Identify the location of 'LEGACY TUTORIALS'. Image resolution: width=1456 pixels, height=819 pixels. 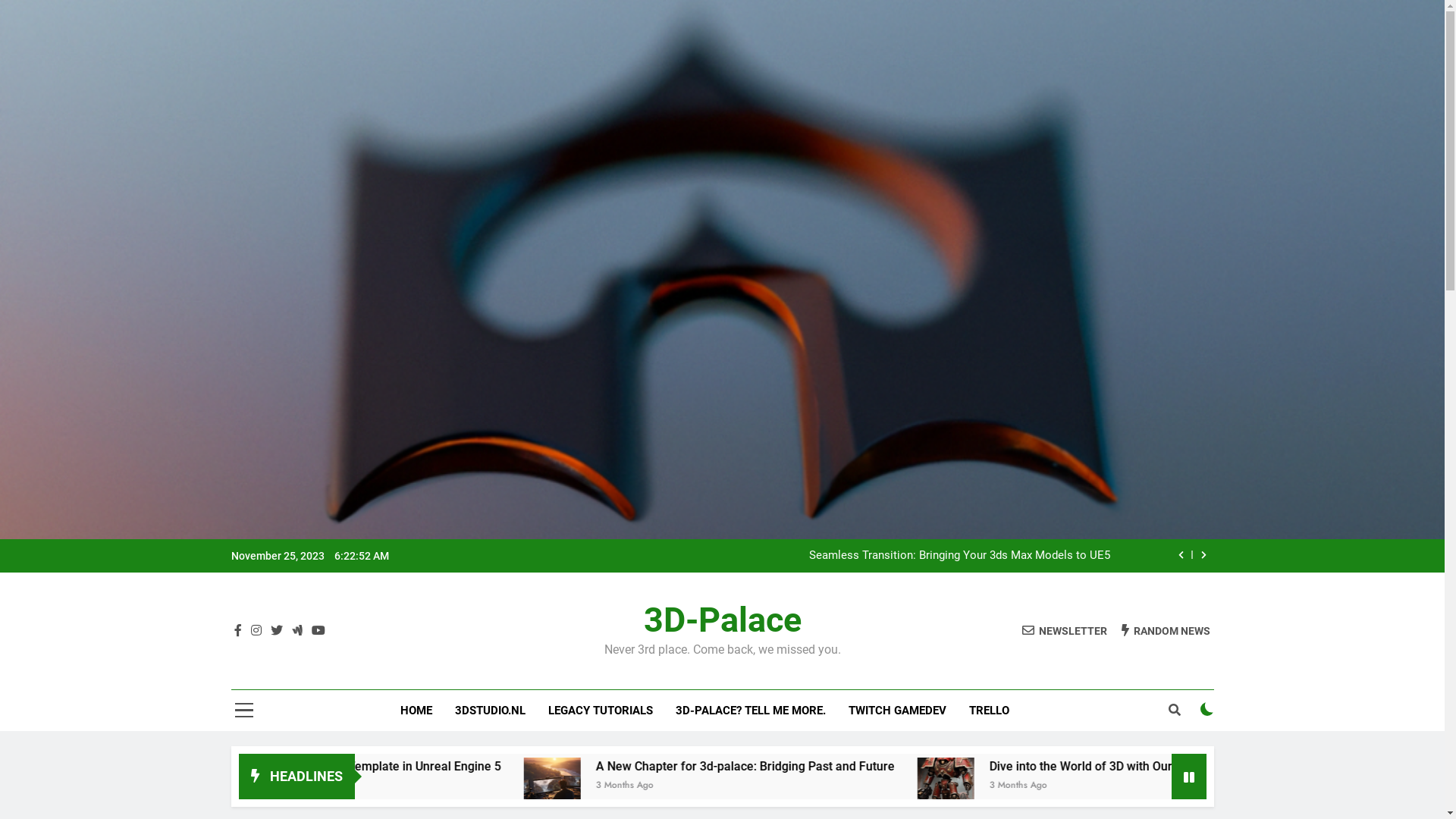
(600, 711).